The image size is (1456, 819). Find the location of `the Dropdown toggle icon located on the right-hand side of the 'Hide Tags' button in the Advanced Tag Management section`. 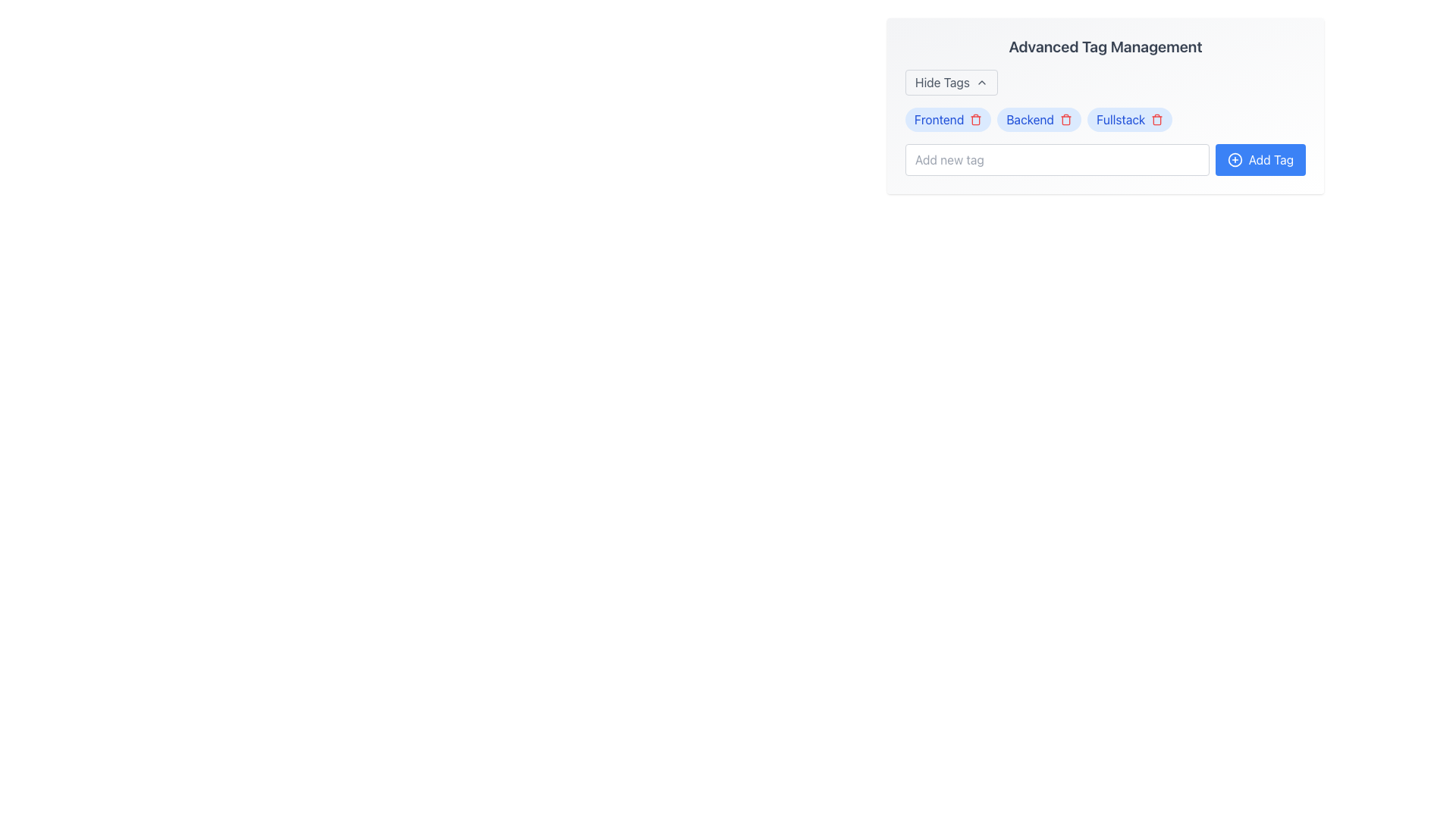

the Dropdown toggle icon located on the right-hand side of the 'Hide Tags' button in the Advanced Tag Management section is located at coordinates (981, 82).